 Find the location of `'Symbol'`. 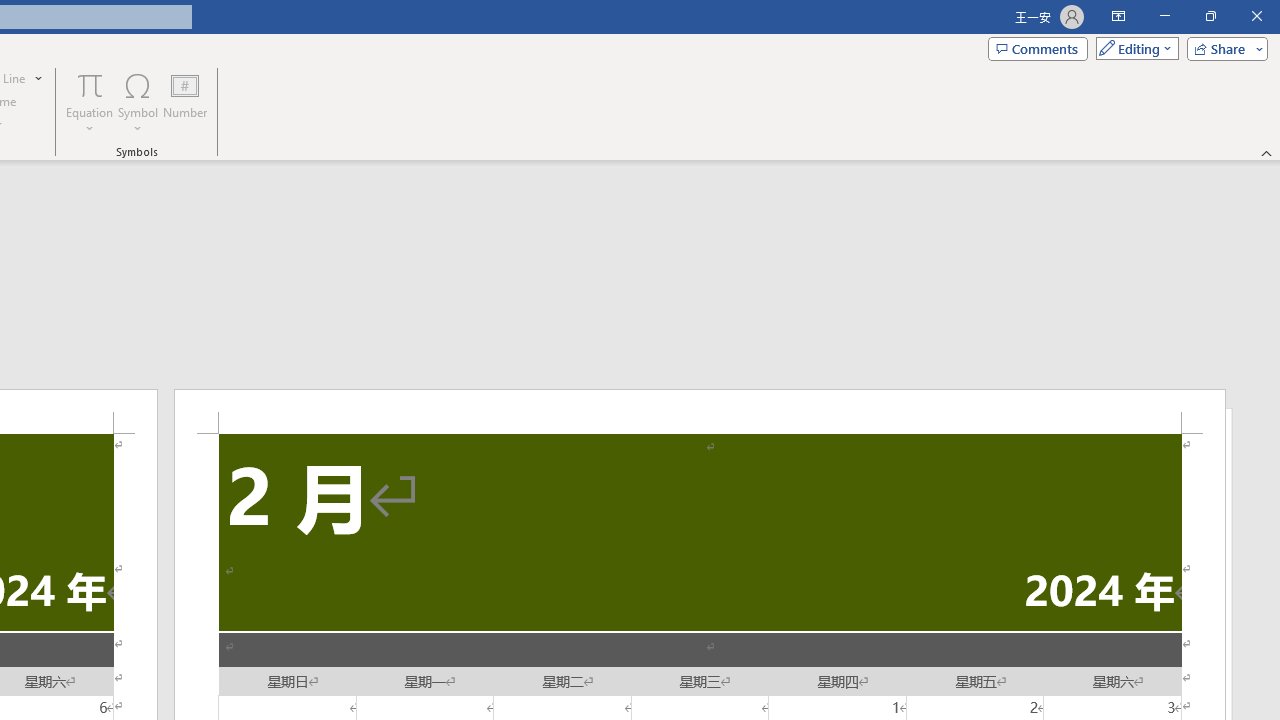

'Symbol' is located at coordinates (137, 103).